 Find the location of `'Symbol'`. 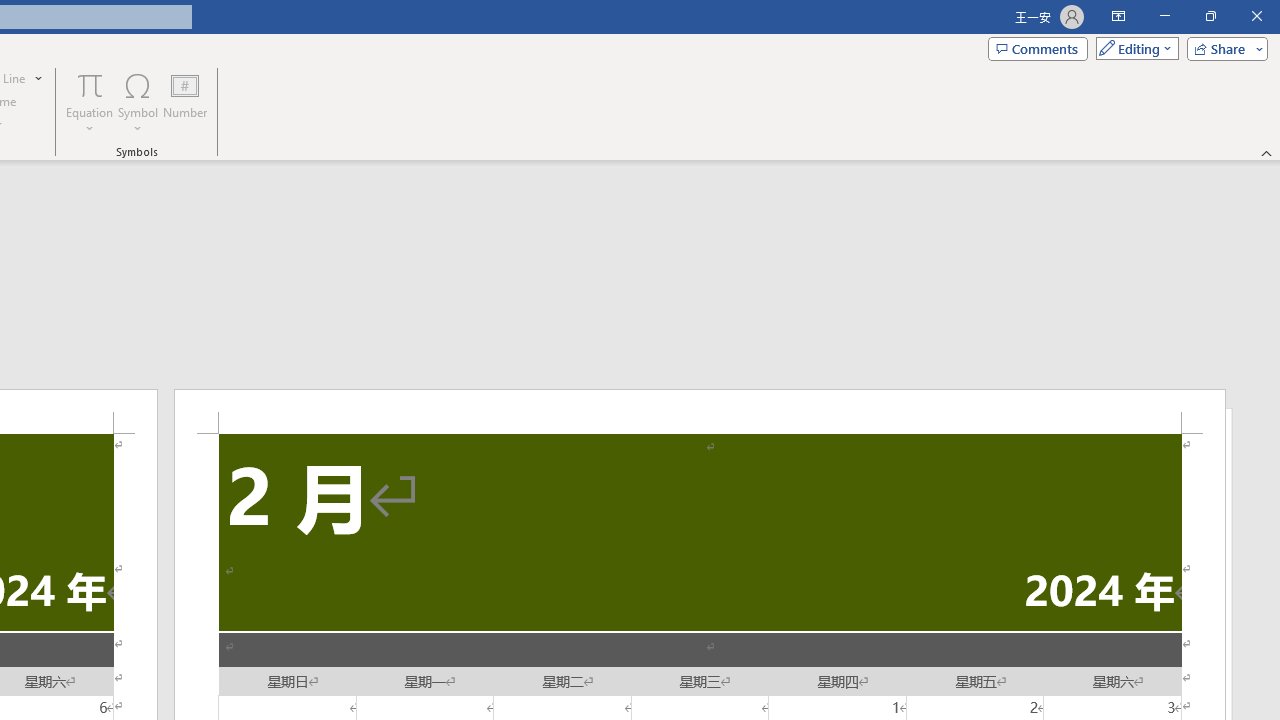

'Symbol' is located at coordinates (137, 103).